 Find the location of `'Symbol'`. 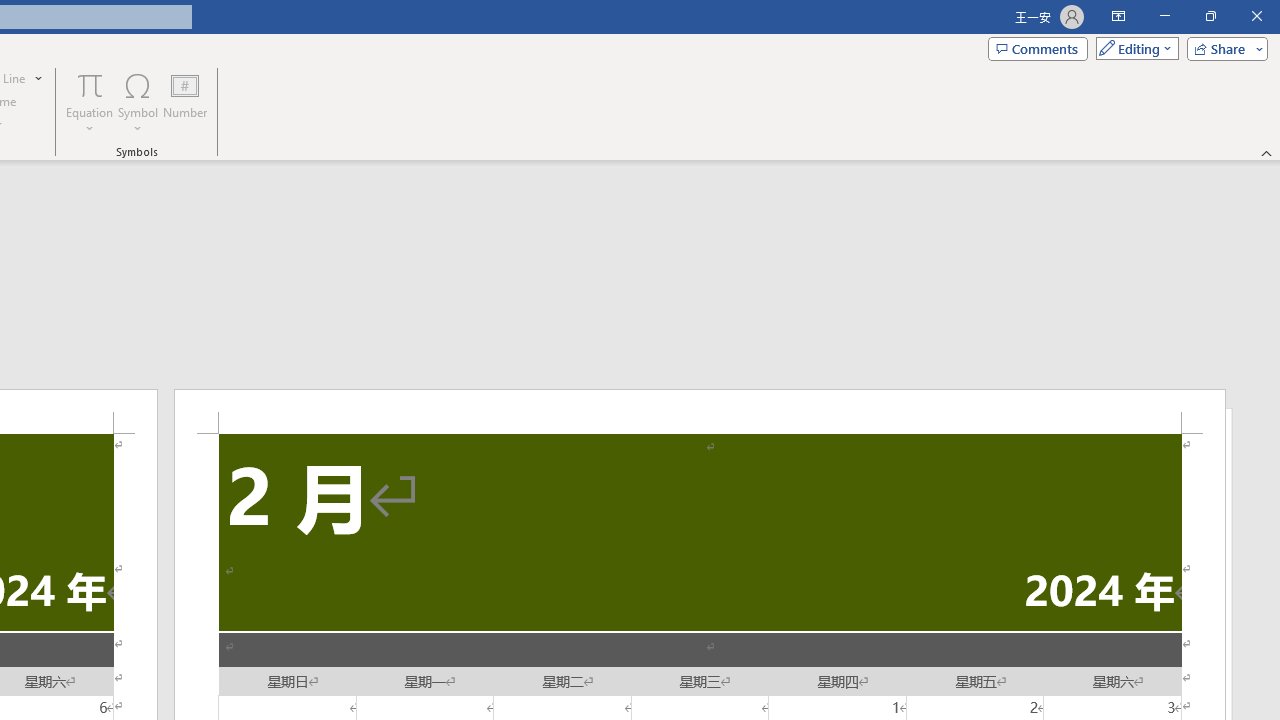

'Symbol' is located at coordinates (137, 103).